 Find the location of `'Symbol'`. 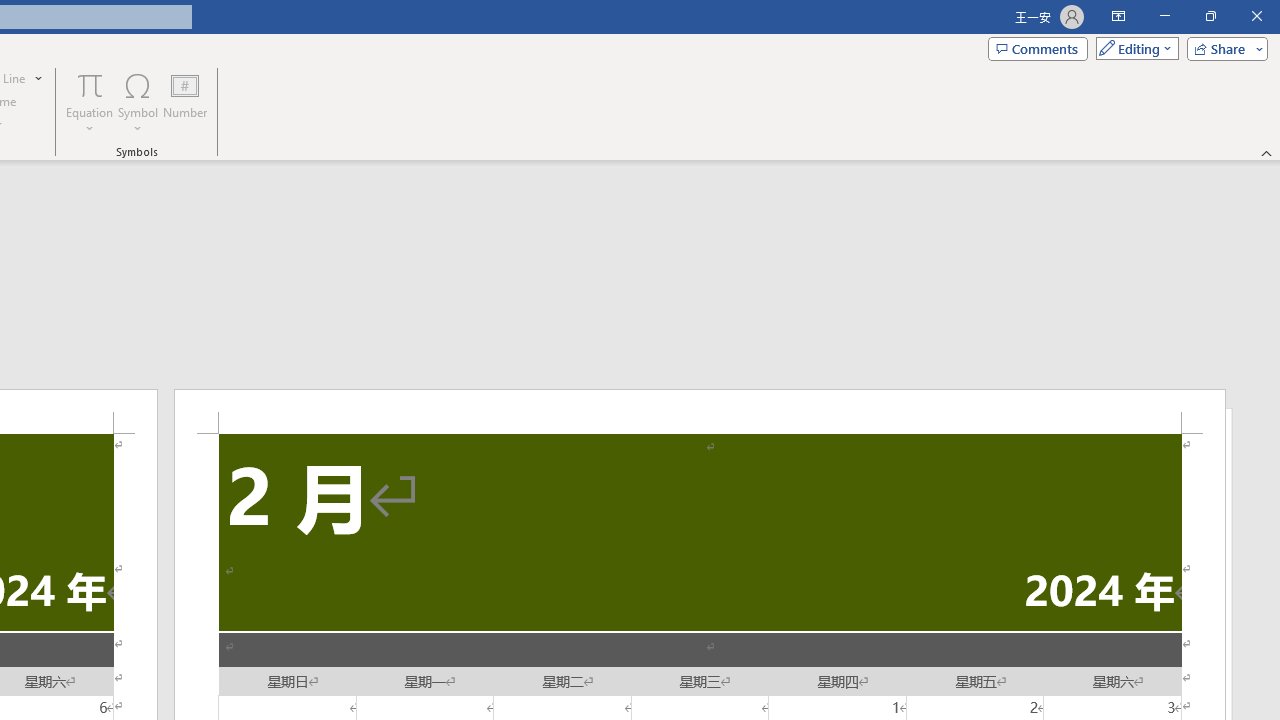

'Symbol' is located at coordinates (137, 103).